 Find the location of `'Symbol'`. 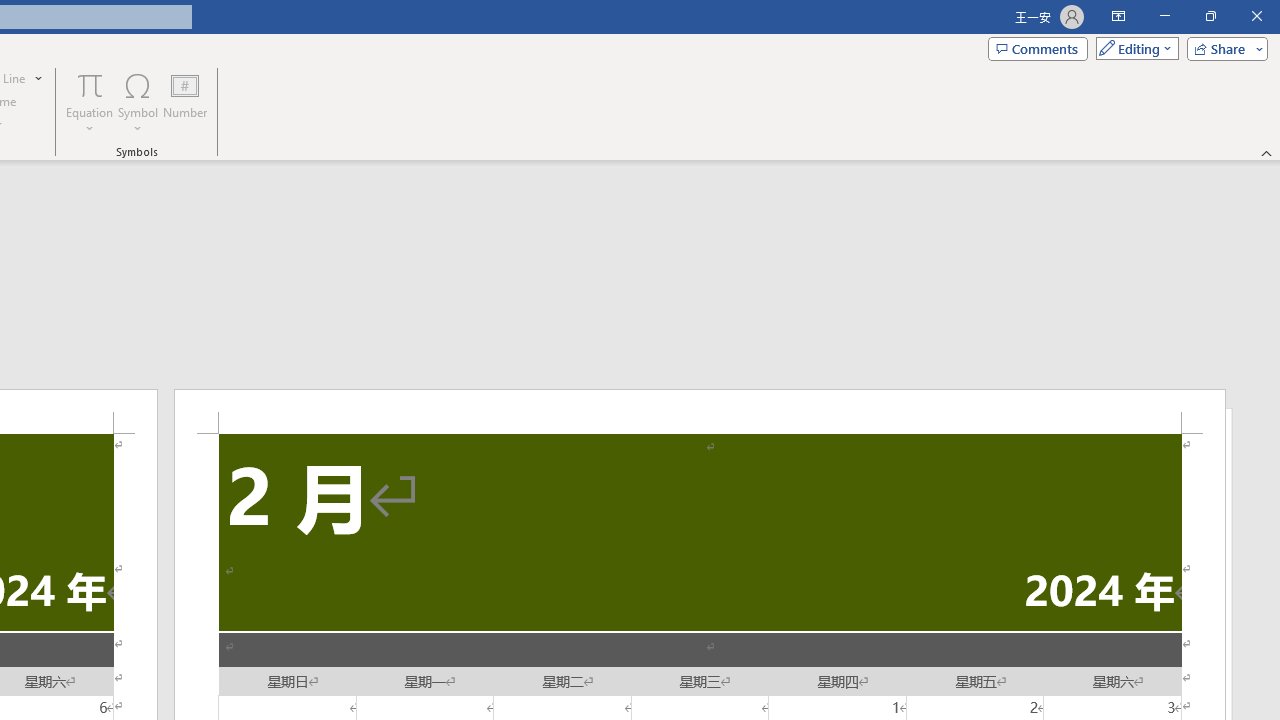

'Symbol' is located at coordinates (137, 103).